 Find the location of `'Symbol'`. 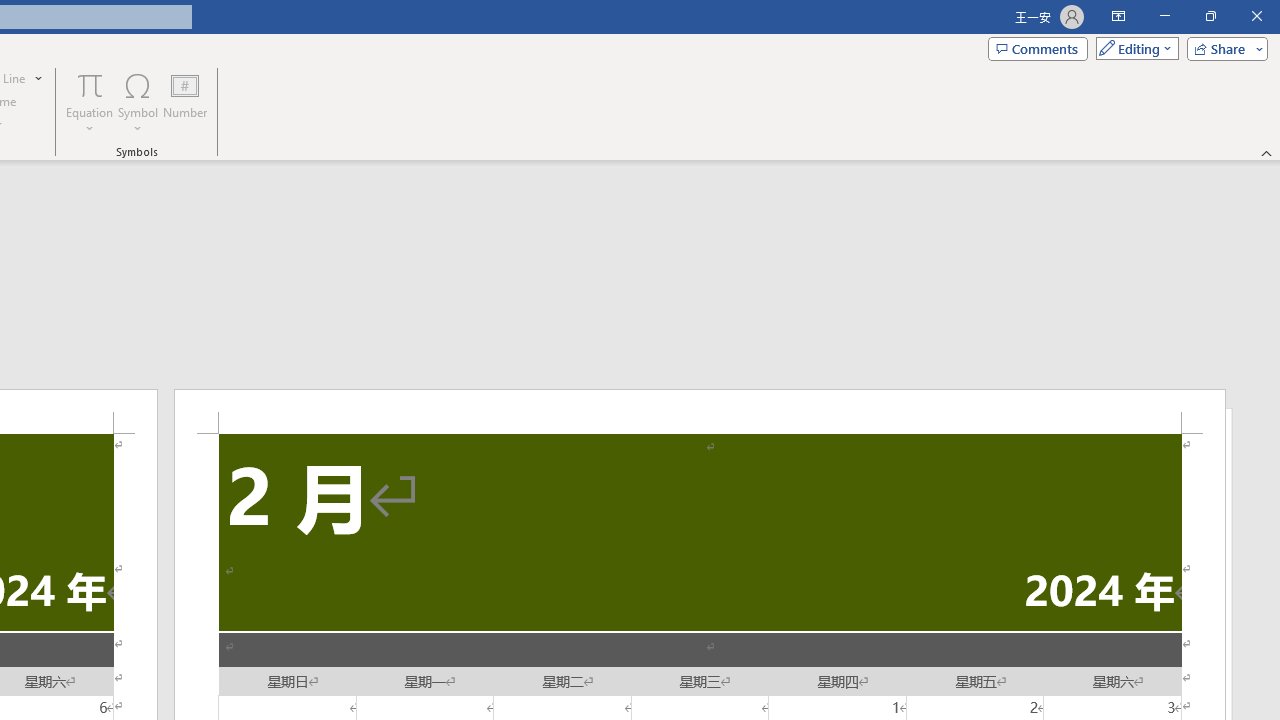

'Symbol' is located at coordinates (137, 103).